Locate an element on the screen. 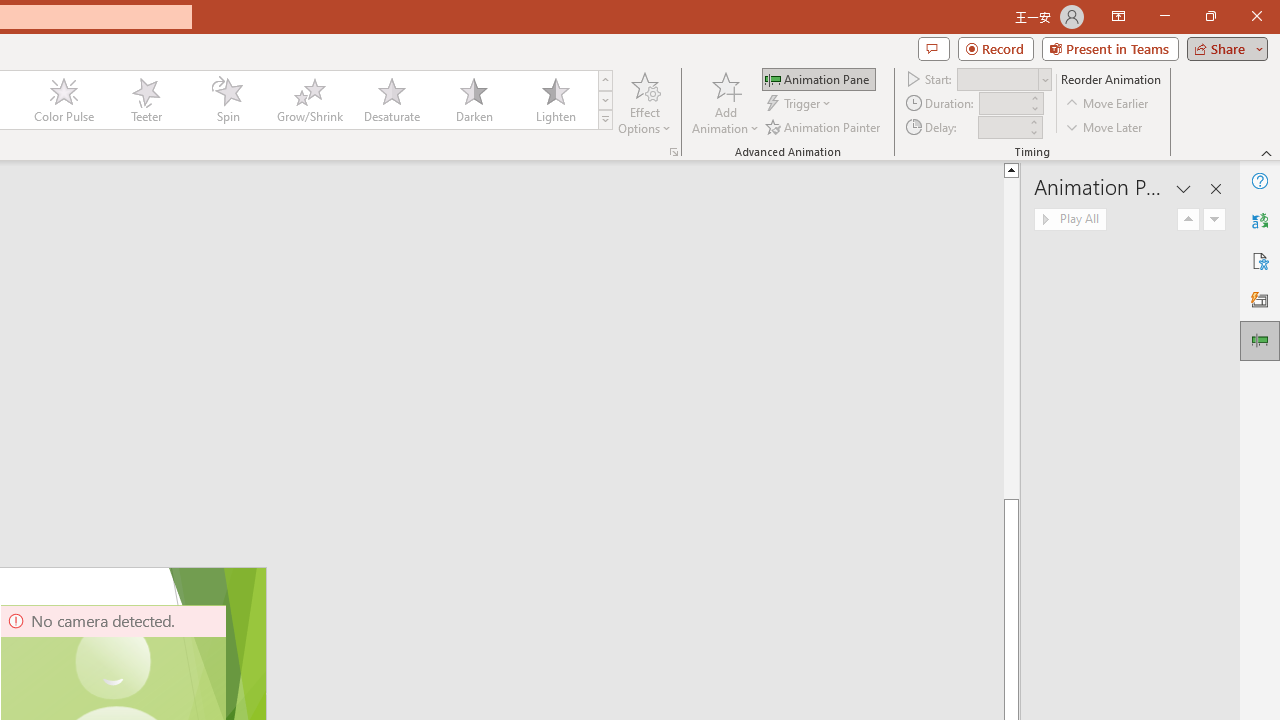 Image resolution: width=1280 pixels, height=720 pixels. 'Effect Options' is located at coordinates (645, 103).